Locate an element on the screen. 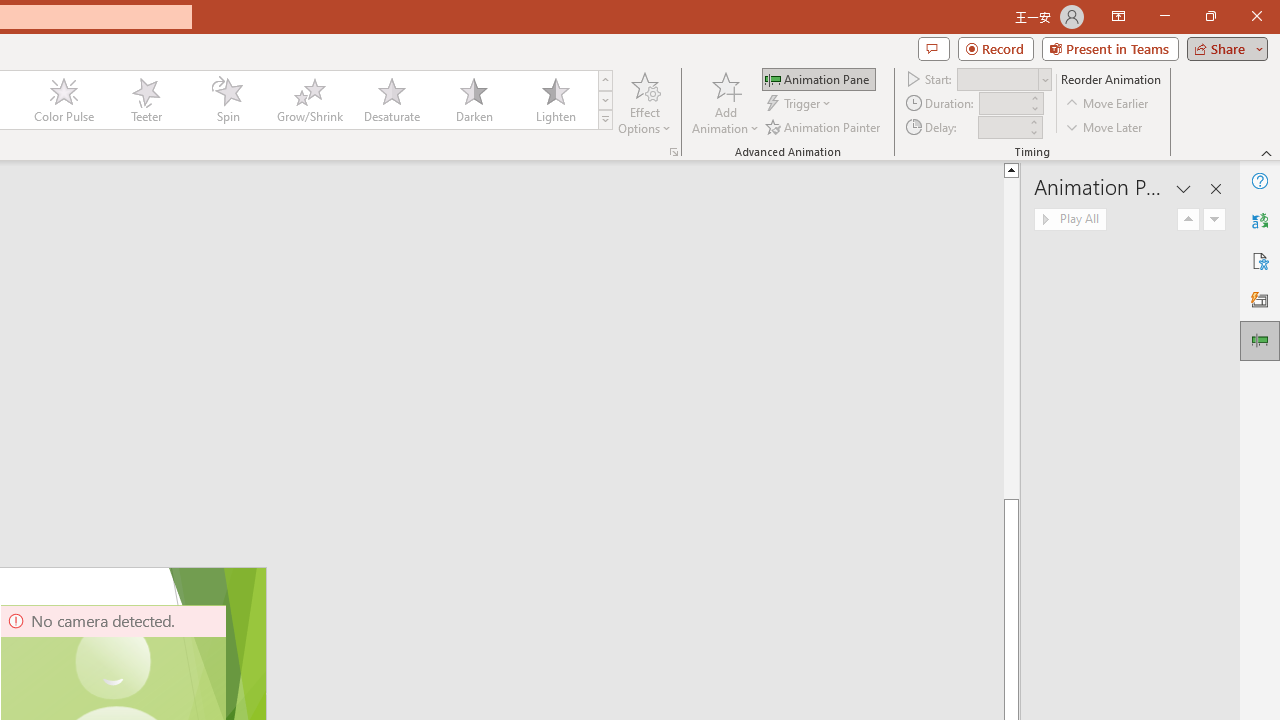 Image resolution: width=1280 pixels, height=720 pixels. 'Effect Options' is located at coordinates (645, 103).